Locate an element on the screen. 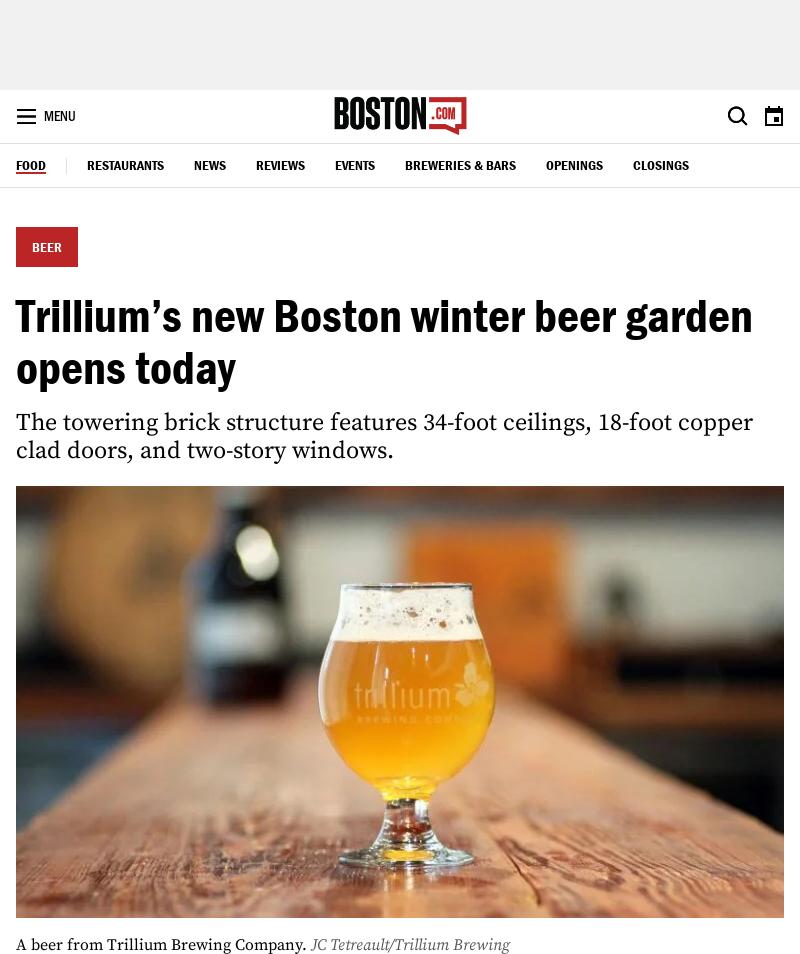  'Events' is located at coordinates (335, 164).